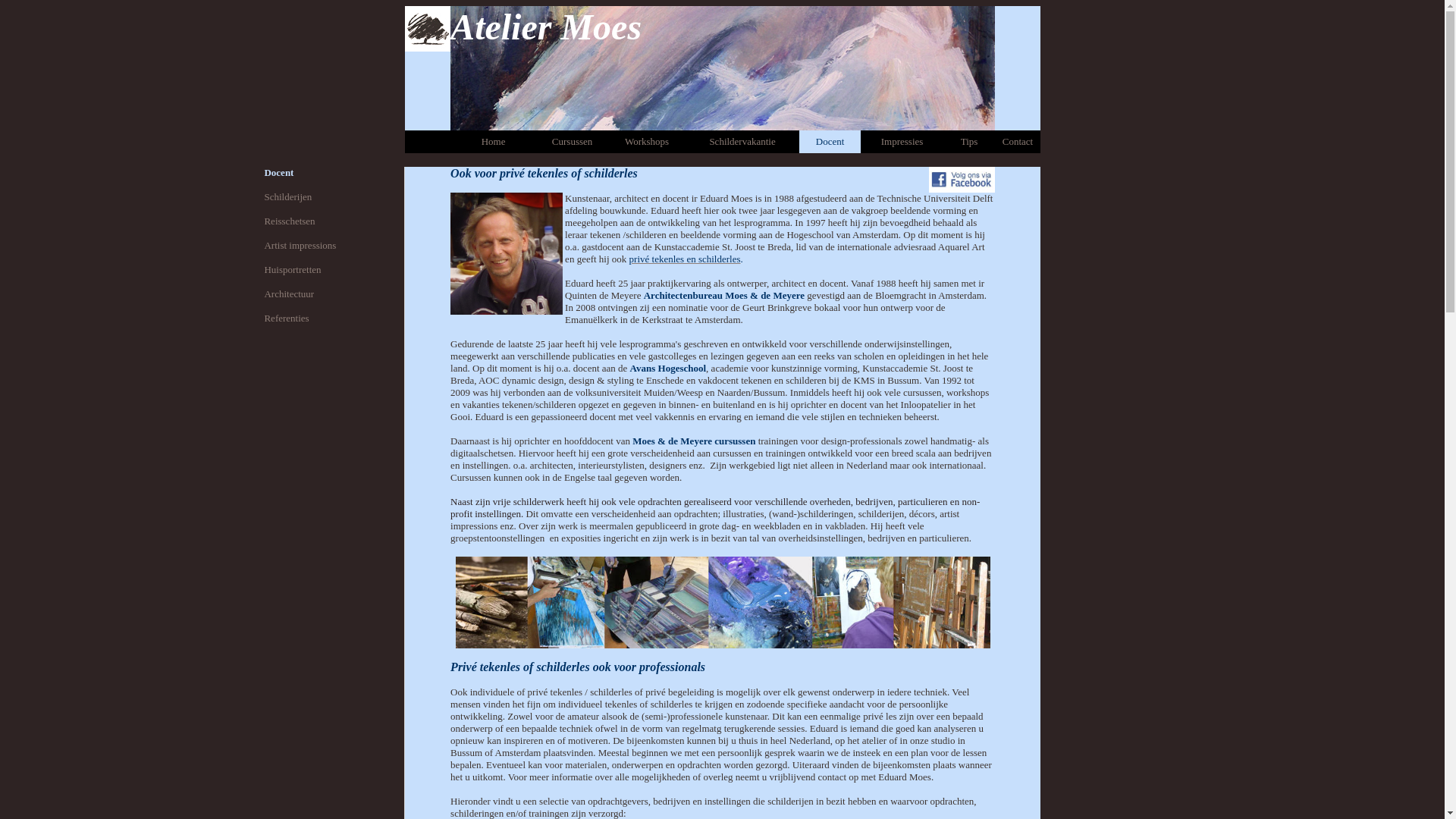 This screenshot has height=819, width=1456. What do you see at coordinates (289, 221) in the screenshot?
I see `'Reisschetsen'` at bounding box center [289, 221].